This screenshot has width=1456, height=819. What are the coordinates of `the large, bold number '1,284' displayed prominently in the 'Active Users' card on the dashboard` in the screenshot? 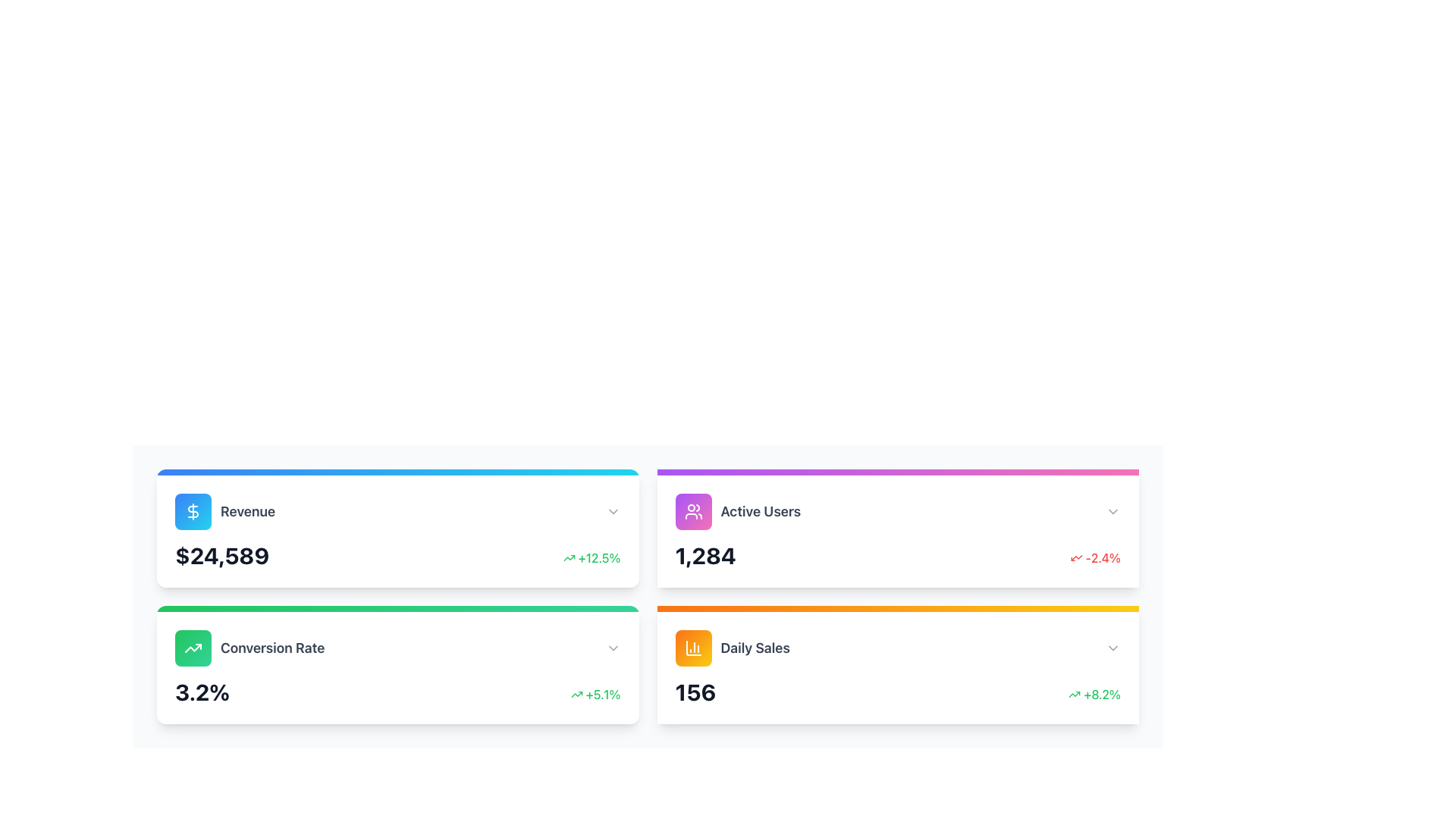 It's located at (704, 555).